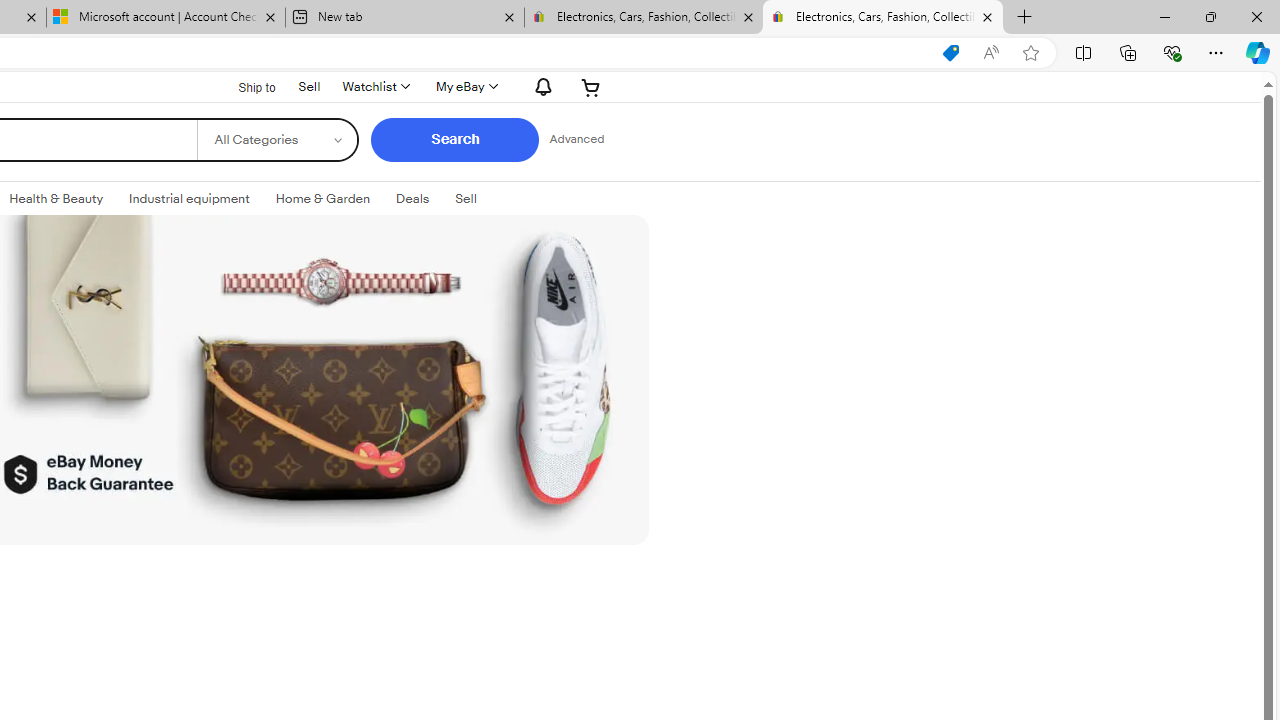 Image resolution: width=1280 pixels, height=720 pixels. Describe the element at coordinates (375, 86) in the screenshot. I see `'WatchlistExpand Watch List'` at that location.